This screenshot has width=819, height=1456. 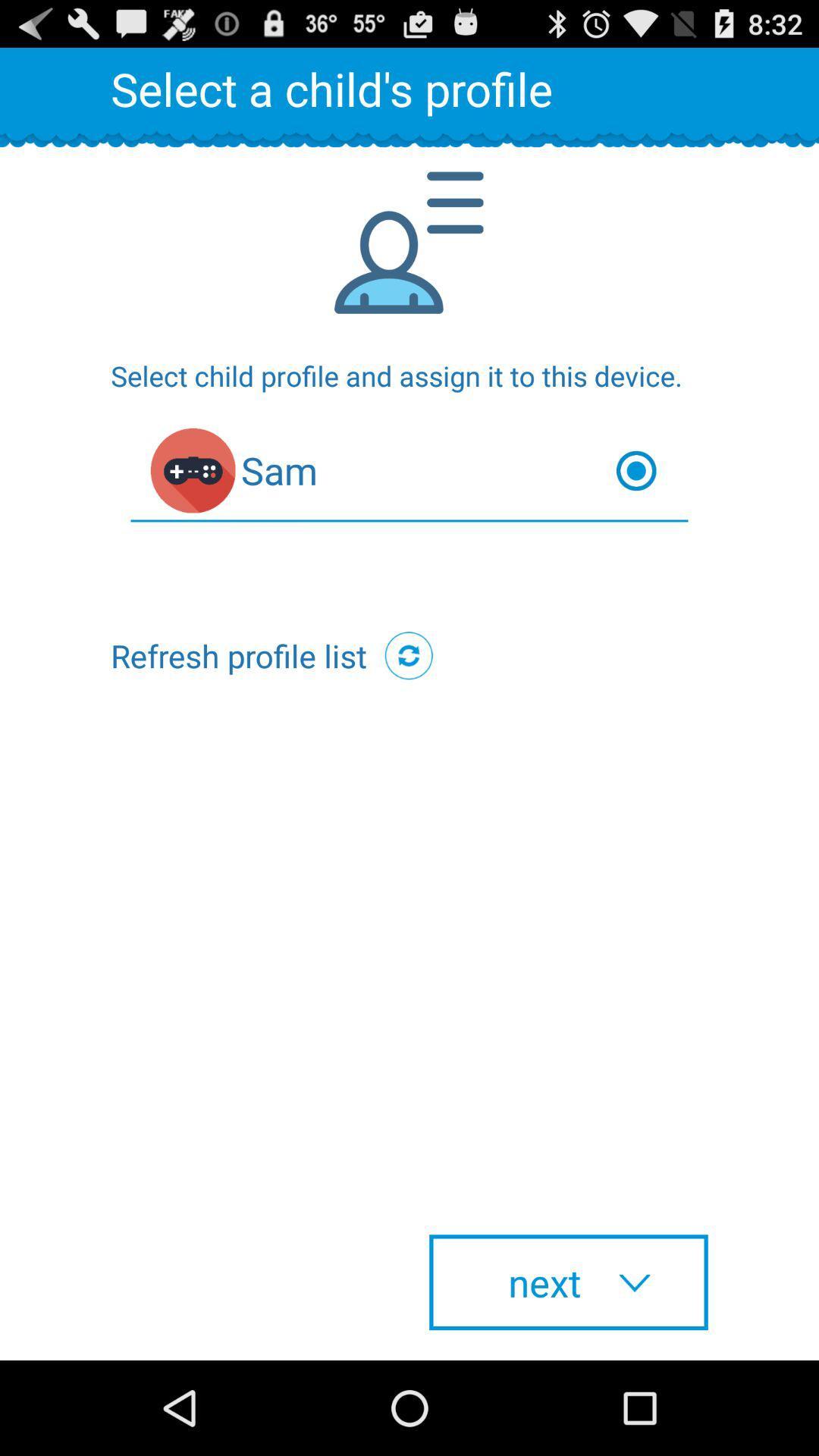 What do you see at coordinates (408, 655) in the screenshot?
I see `icon at the center` at bounding box center [408, 655].